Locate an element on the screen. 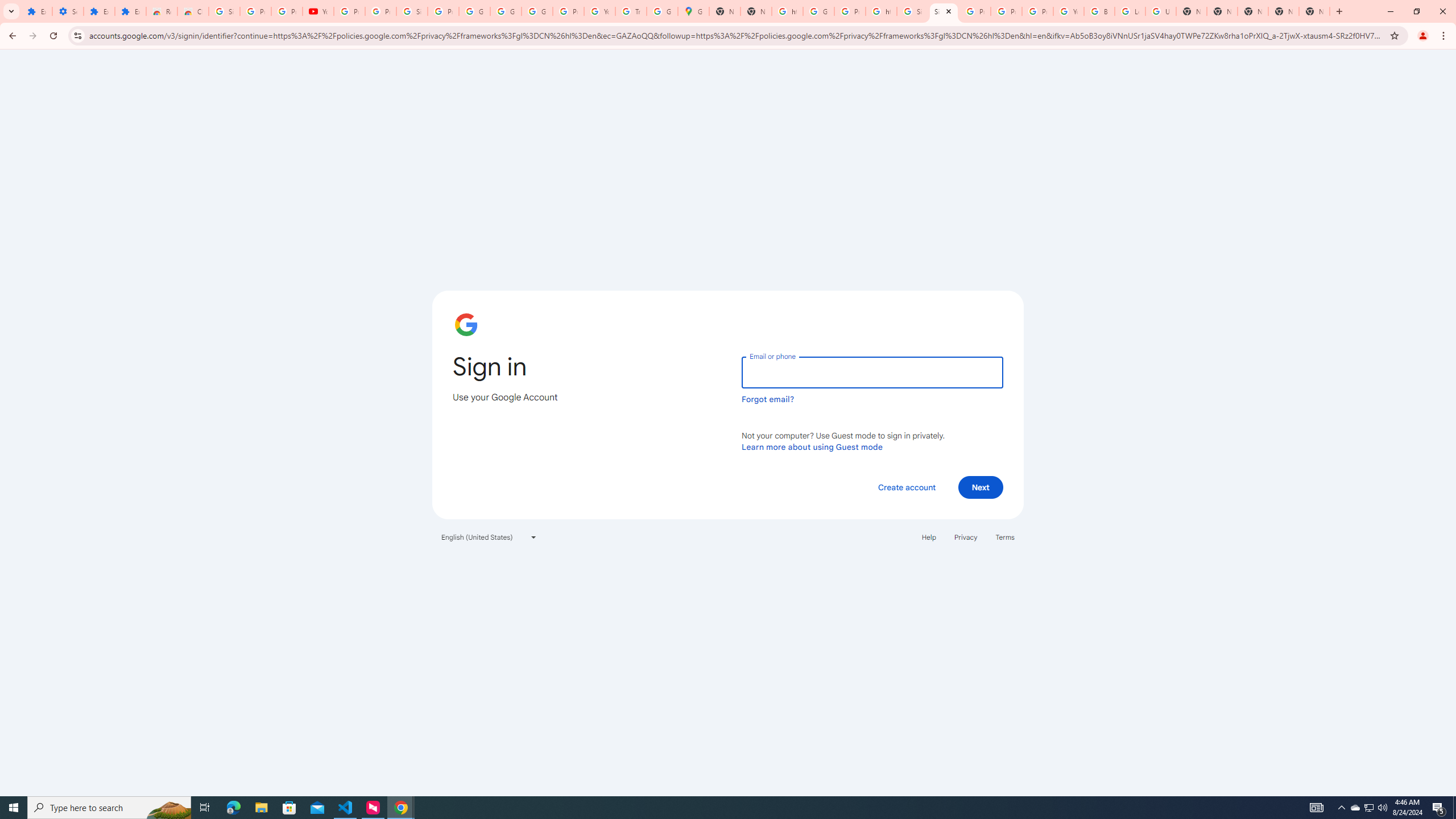 The width and height of the screenshot is (1456, 819). 'Browse Chrome as a guest - Computer - Google Chrome Help' is located at coordinates (1099, 11).